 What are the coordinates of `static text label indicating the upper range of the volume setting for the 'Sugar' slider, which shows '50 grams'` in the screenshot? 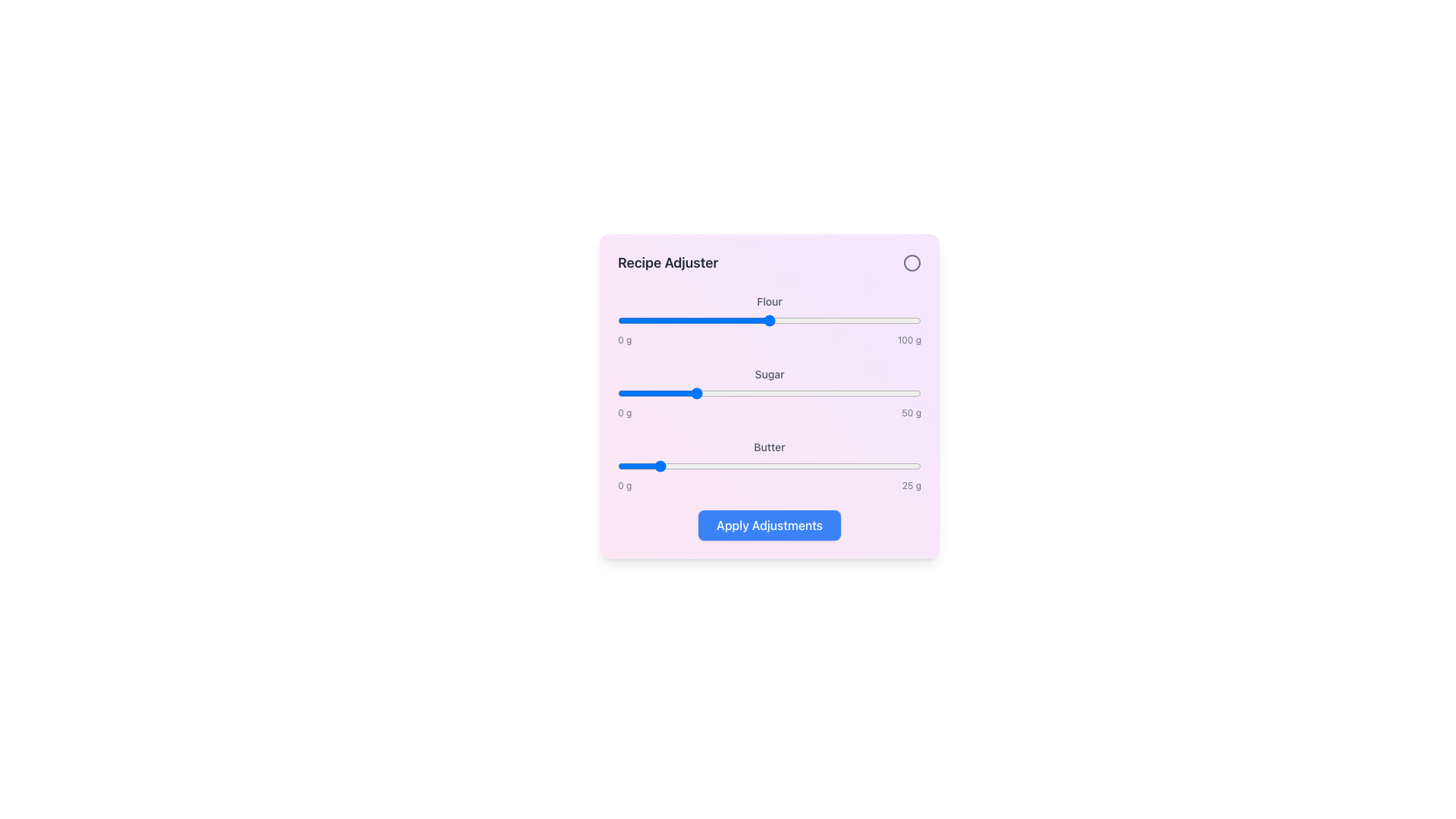 It's located at (911, 413).